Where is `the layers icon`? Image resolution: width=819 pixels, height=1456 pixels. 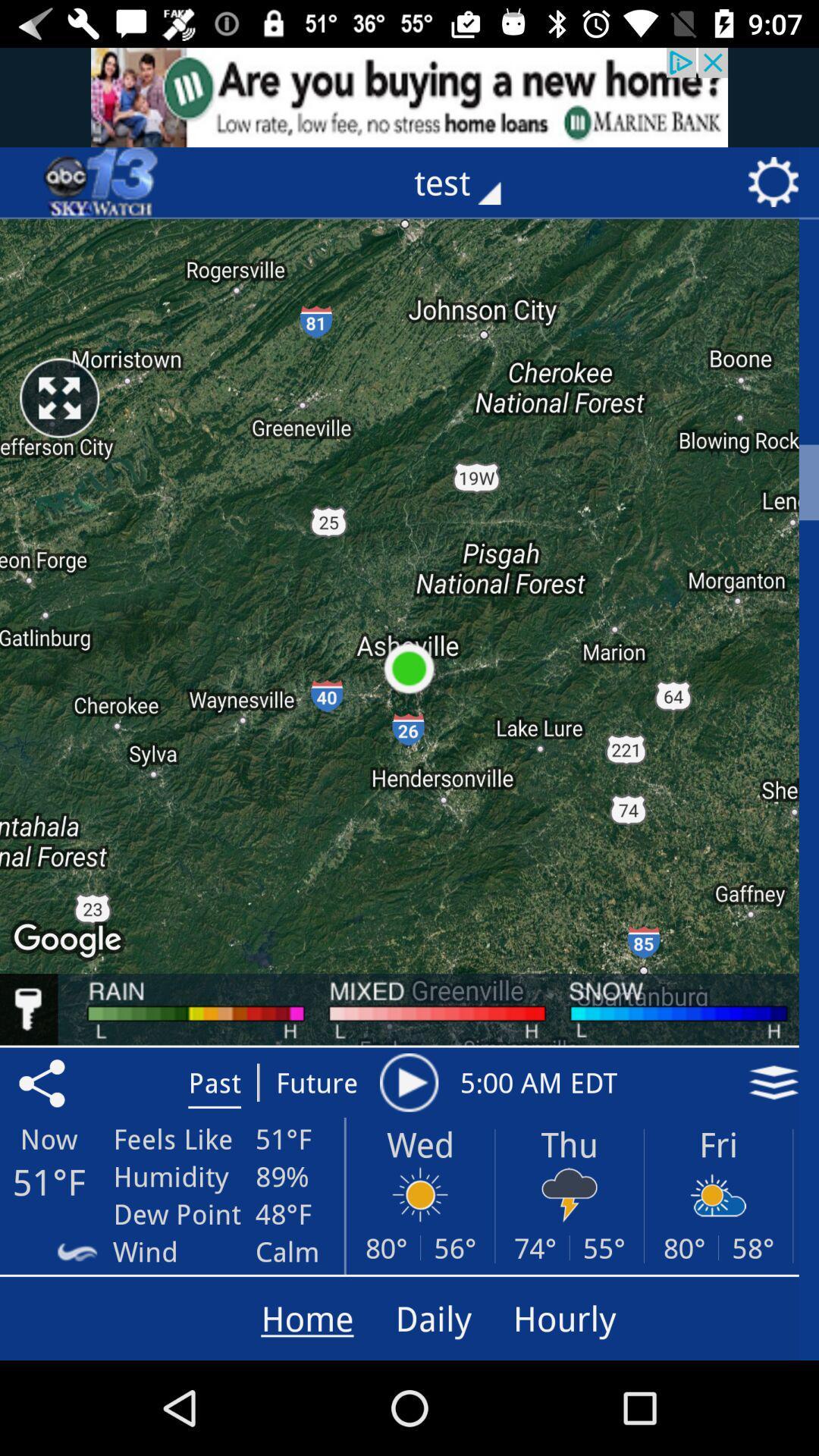
the layers icon is located at coordinates (773, 1081).